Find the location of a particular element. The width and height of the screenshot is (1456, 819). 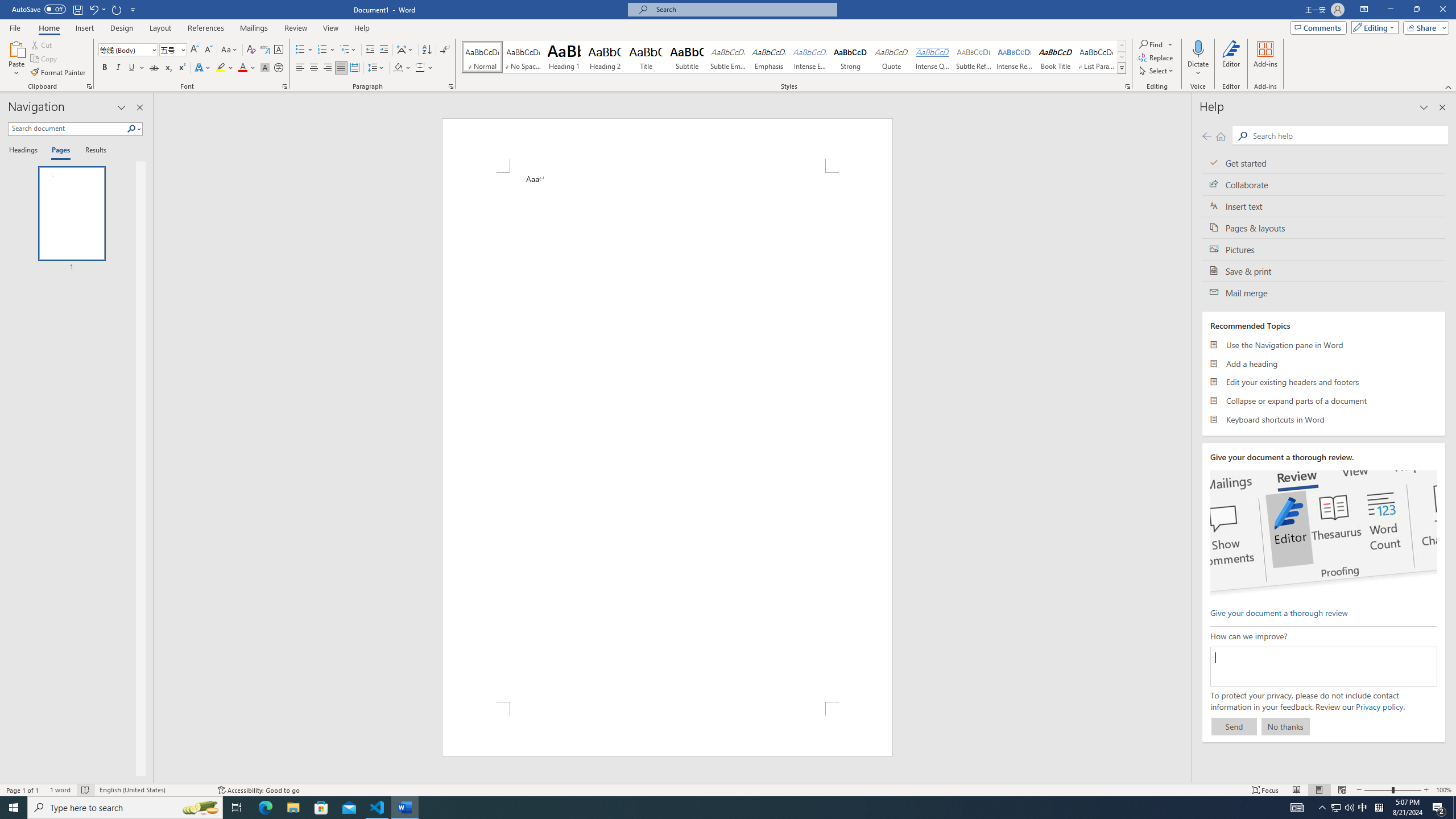

'Phonetic Guide...' is located at coordinates (264, 49).